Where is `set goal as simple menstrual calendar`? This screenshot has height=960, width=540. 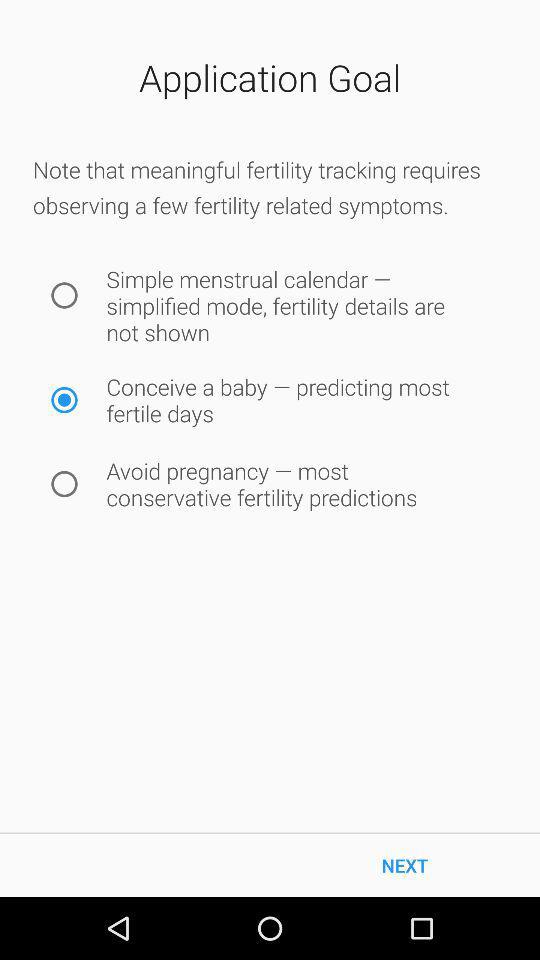 set goal as simple menstrual calendar is located at coordinates (64, 294).